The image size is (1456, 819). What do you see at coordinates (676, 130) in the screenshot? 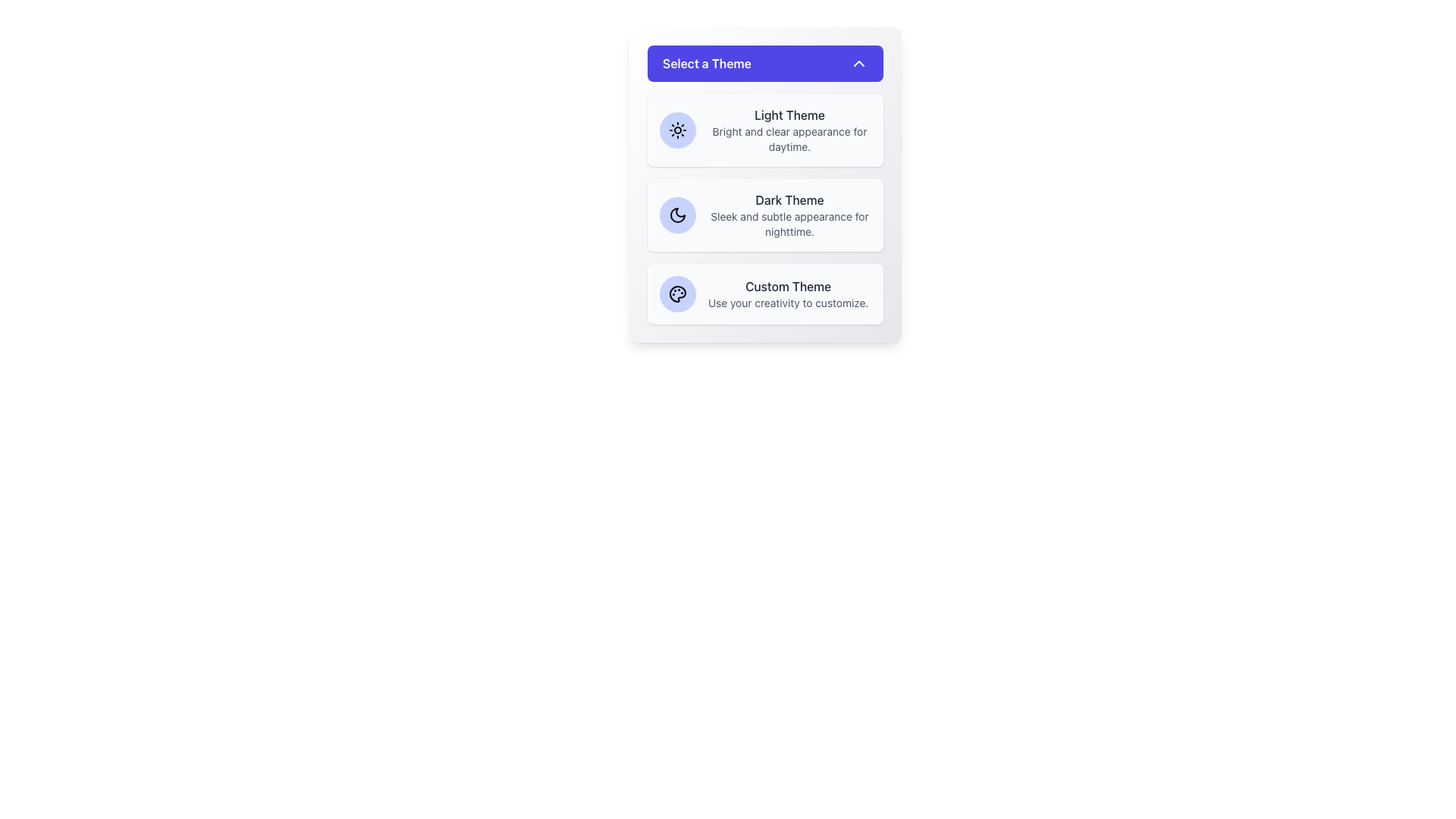
I see `the circular light indigo icon with a sun symbol in the topmost option labeled 'Light Theme' in the 'Select a Theme' card-style interface` at bounding box center [676, 130].